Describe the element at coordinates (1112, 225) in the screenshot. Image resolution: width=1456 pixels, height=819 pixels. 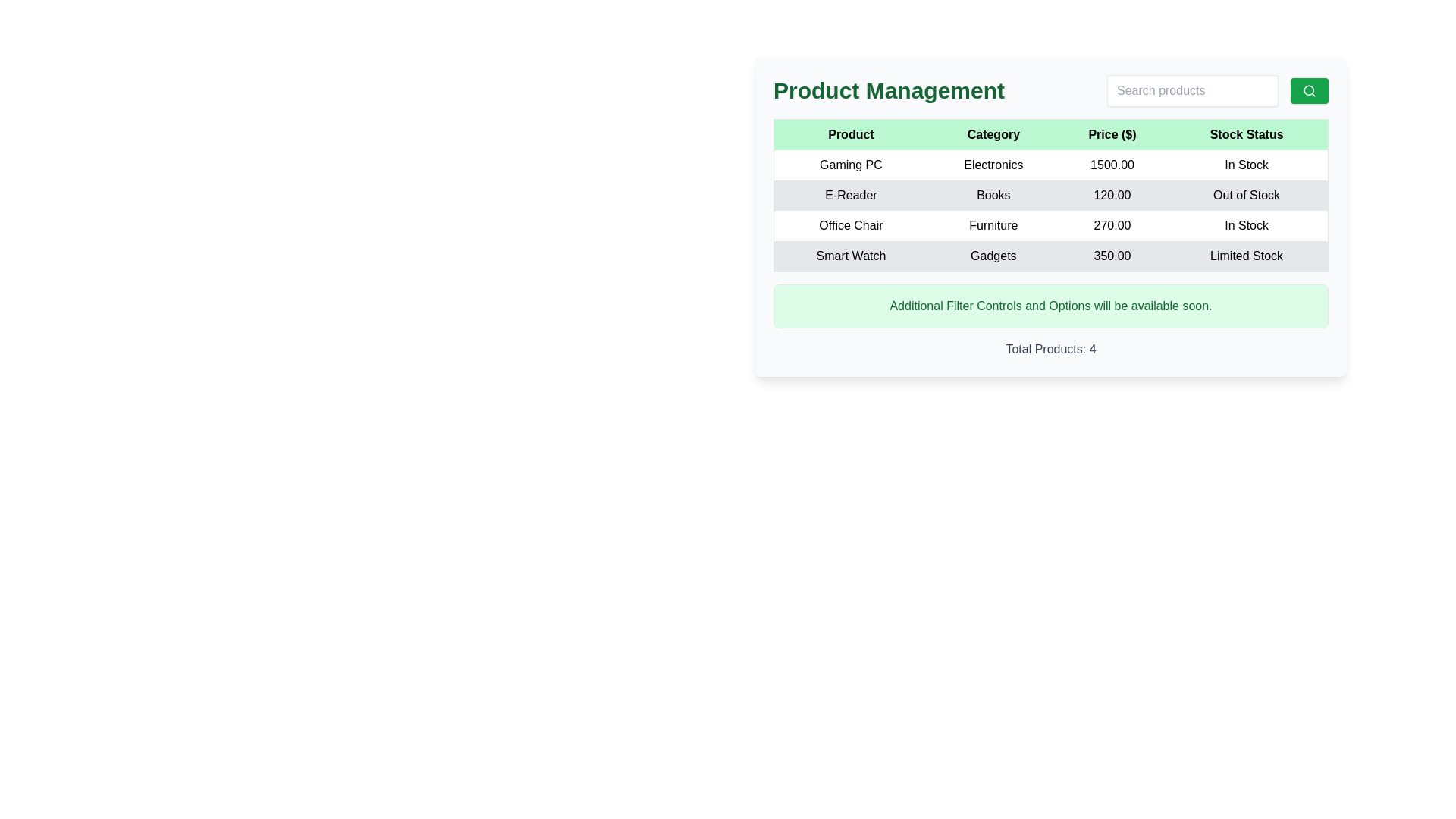
I see `displayed text of the text label showing '270.00' in the 'Price ($)' column for the 'Office Chair' product` at that location.